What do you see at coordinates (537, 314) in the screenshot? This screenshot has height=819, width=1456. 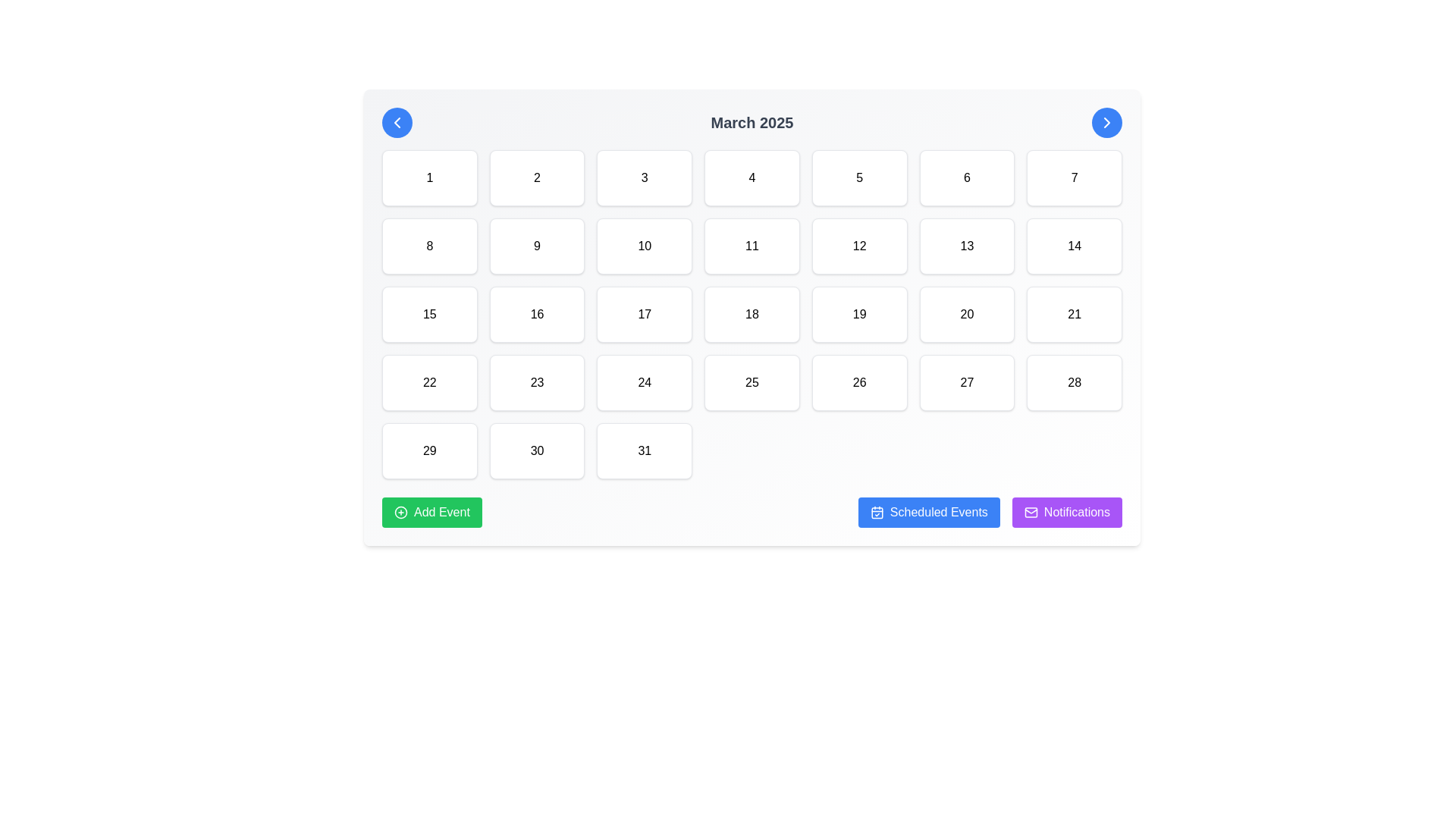 I see `the non-interactive grid cell displaying the numeric value '16' in the calendar grid, located in the sixth entry of the third row` at bounding box center [537, 314].